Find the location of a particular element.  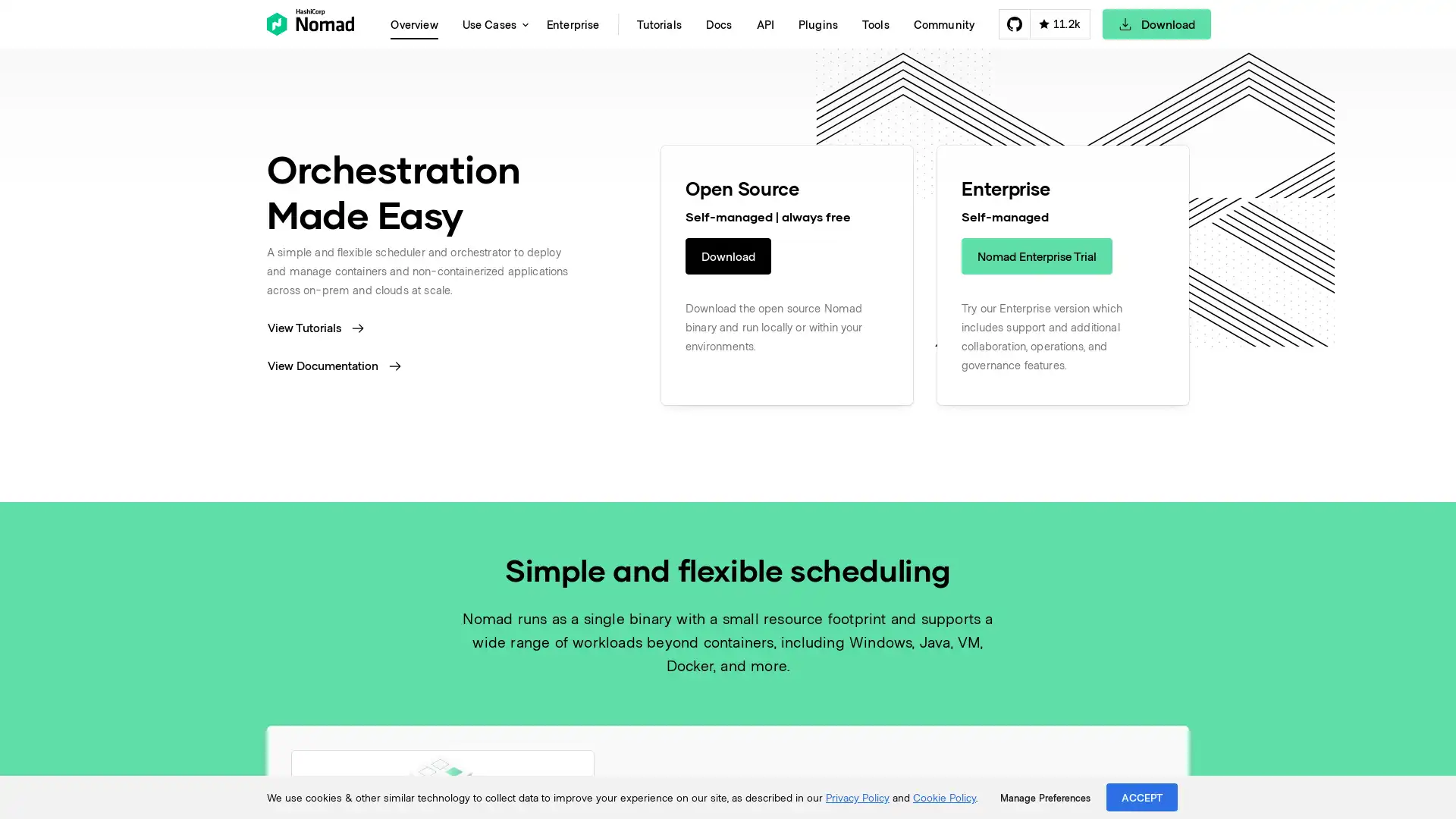

ACCEPT is located at coordinates (1142, 796).